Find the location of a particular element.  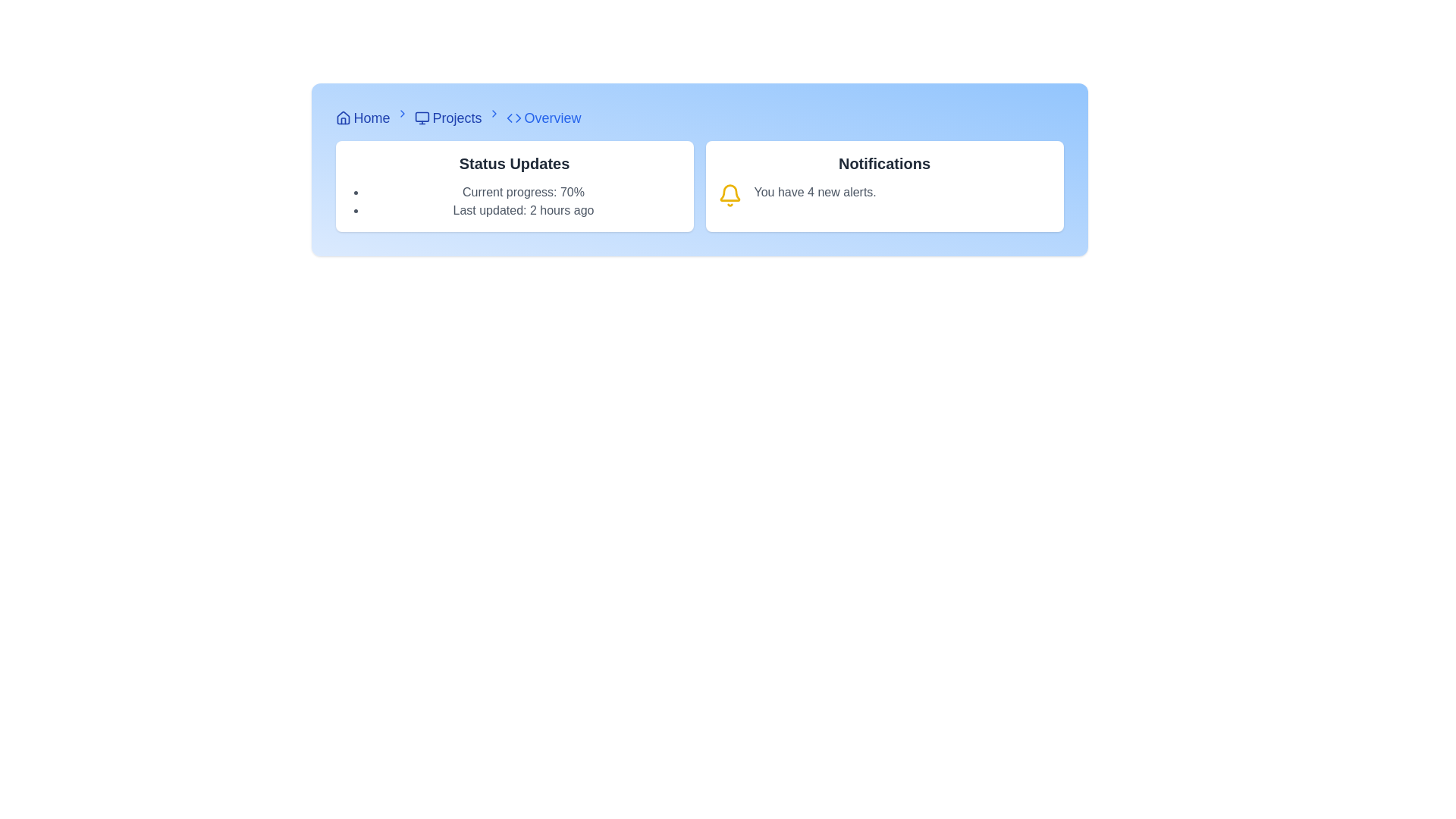

the static text label that displays the current progress in the 'Status Updates' section, which is the first item in a bulleted list is located at coordinates (523, 192).